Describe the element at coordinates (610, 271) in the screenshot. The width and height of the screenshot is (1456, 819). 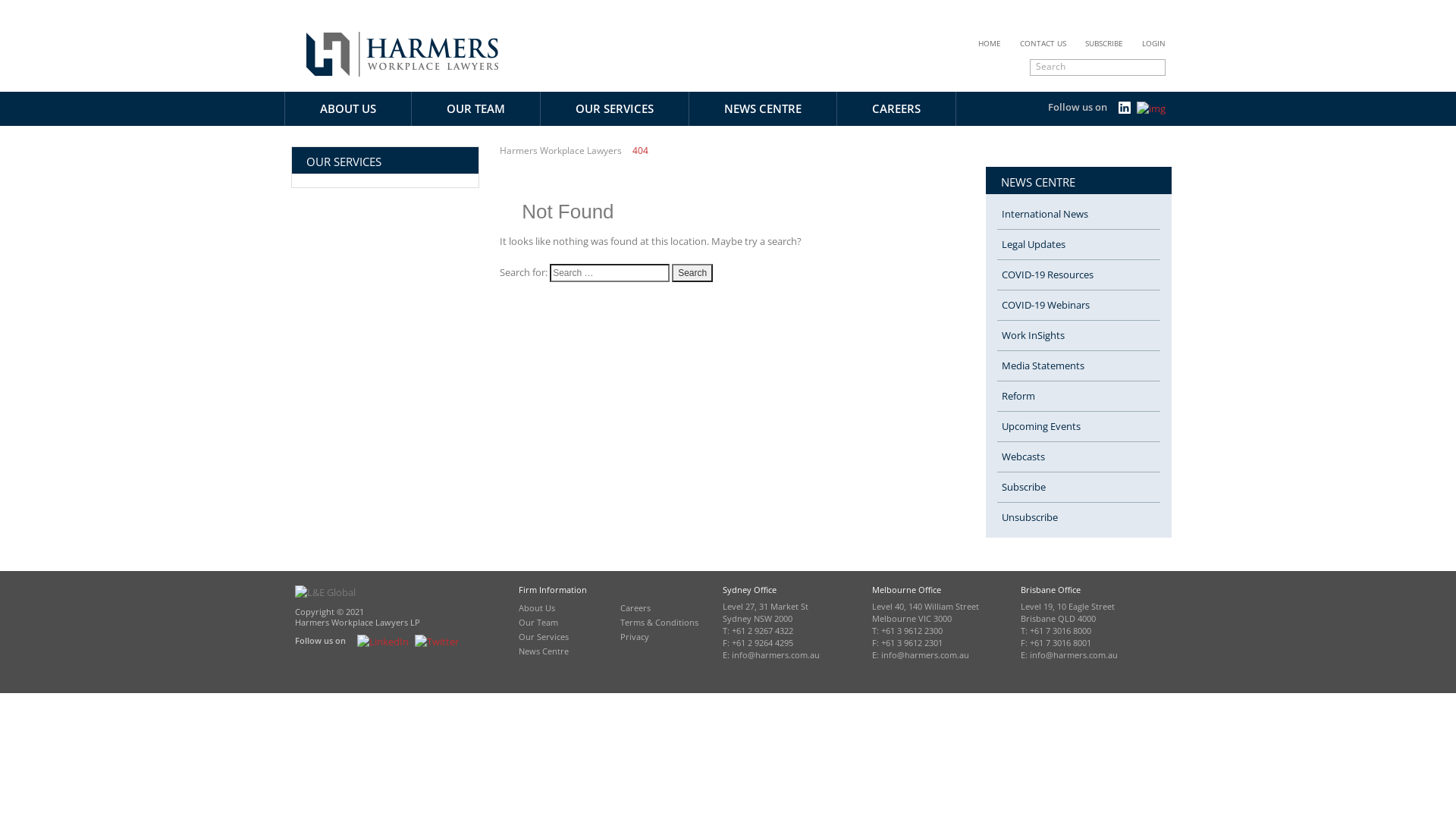
I see `'Search for:'` at that location.